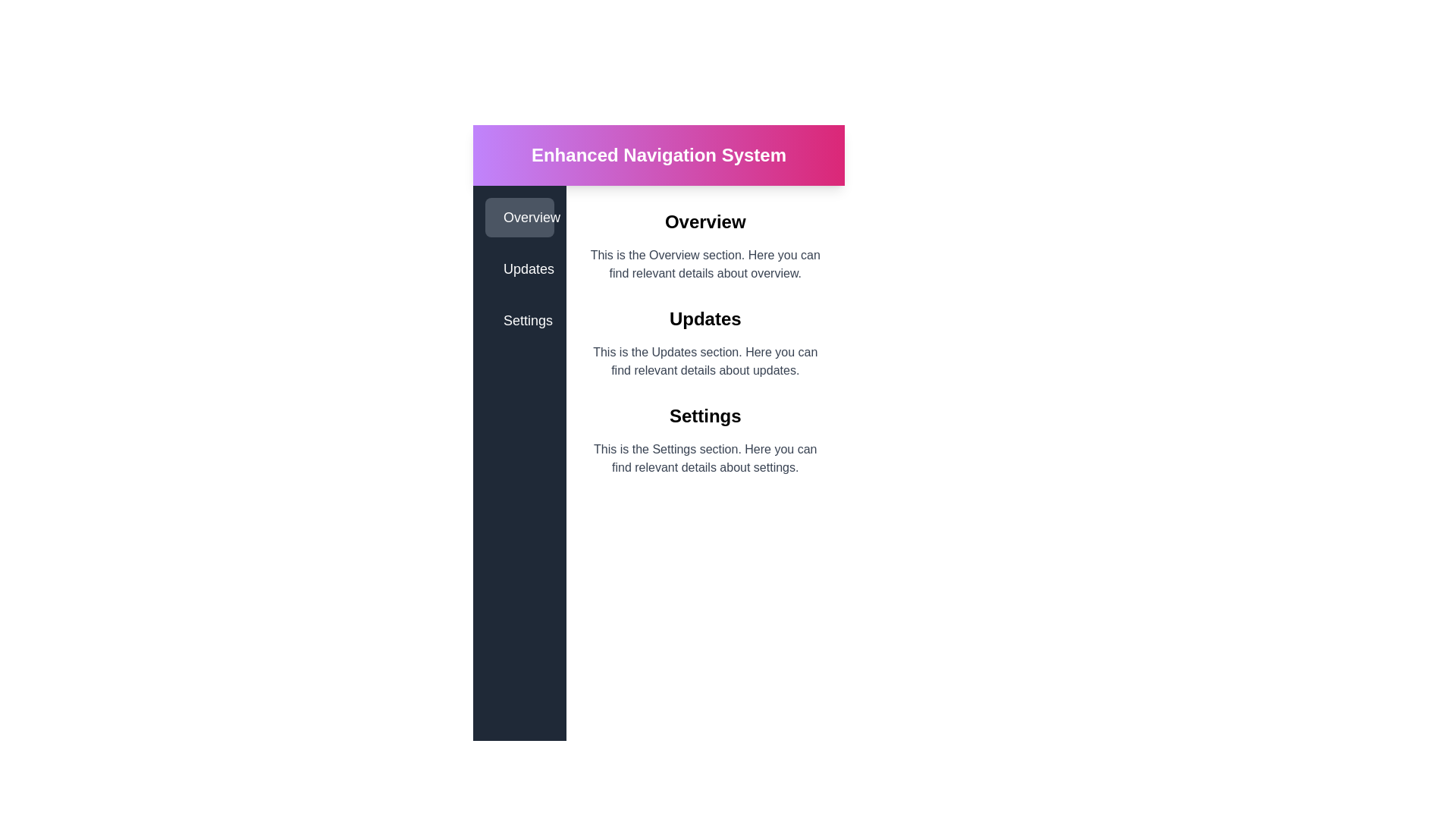  What do you see at coordinates (704, 222) in the screenshot?
I see `text of the title or header for the Overview section located just below the header bar with a pink gradient background` at bounding box center [704, 222].